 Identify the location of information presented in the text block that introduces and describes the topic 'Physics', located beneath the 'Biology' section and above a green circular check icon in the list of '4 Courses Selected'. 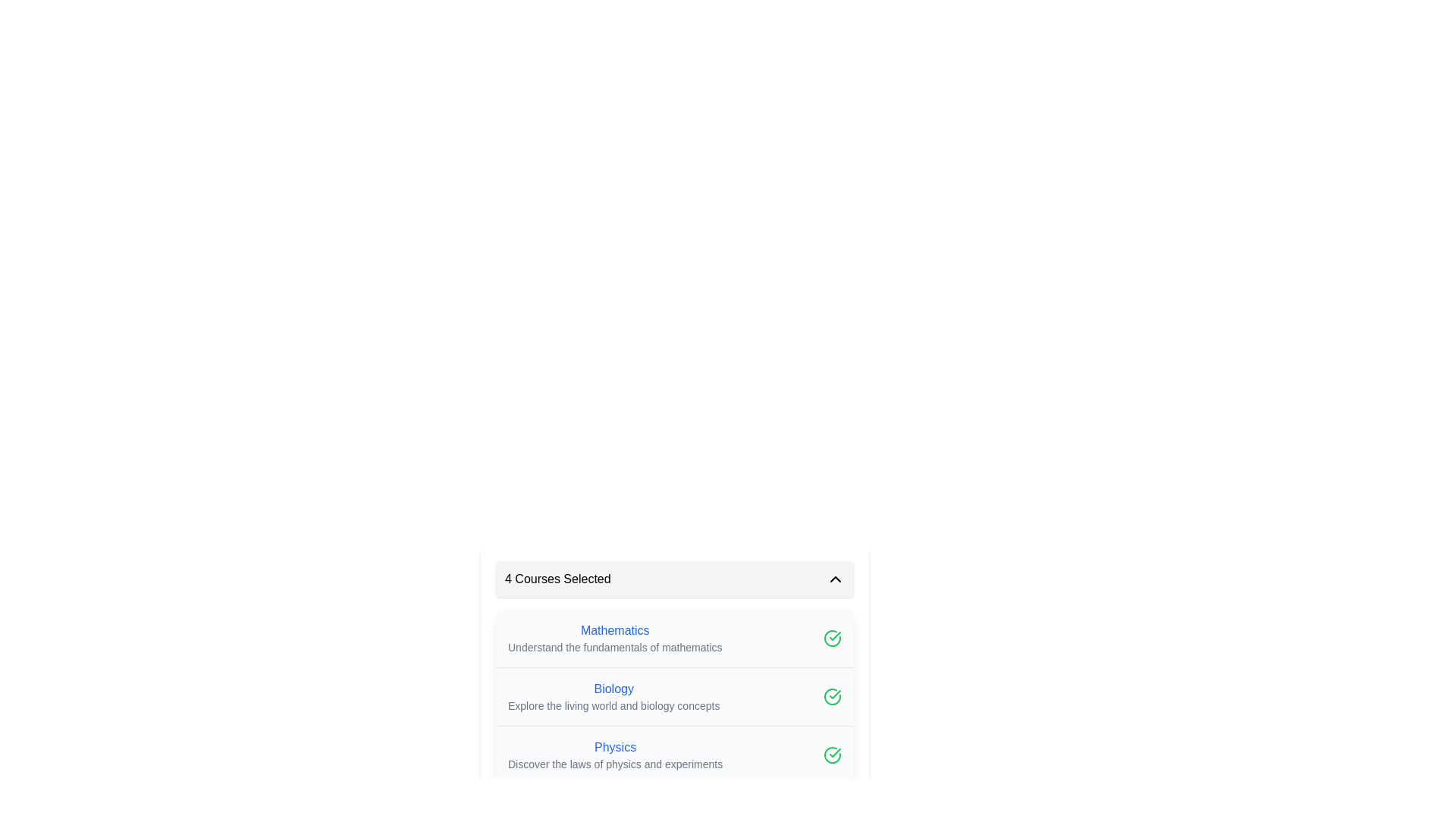
(615, 755).